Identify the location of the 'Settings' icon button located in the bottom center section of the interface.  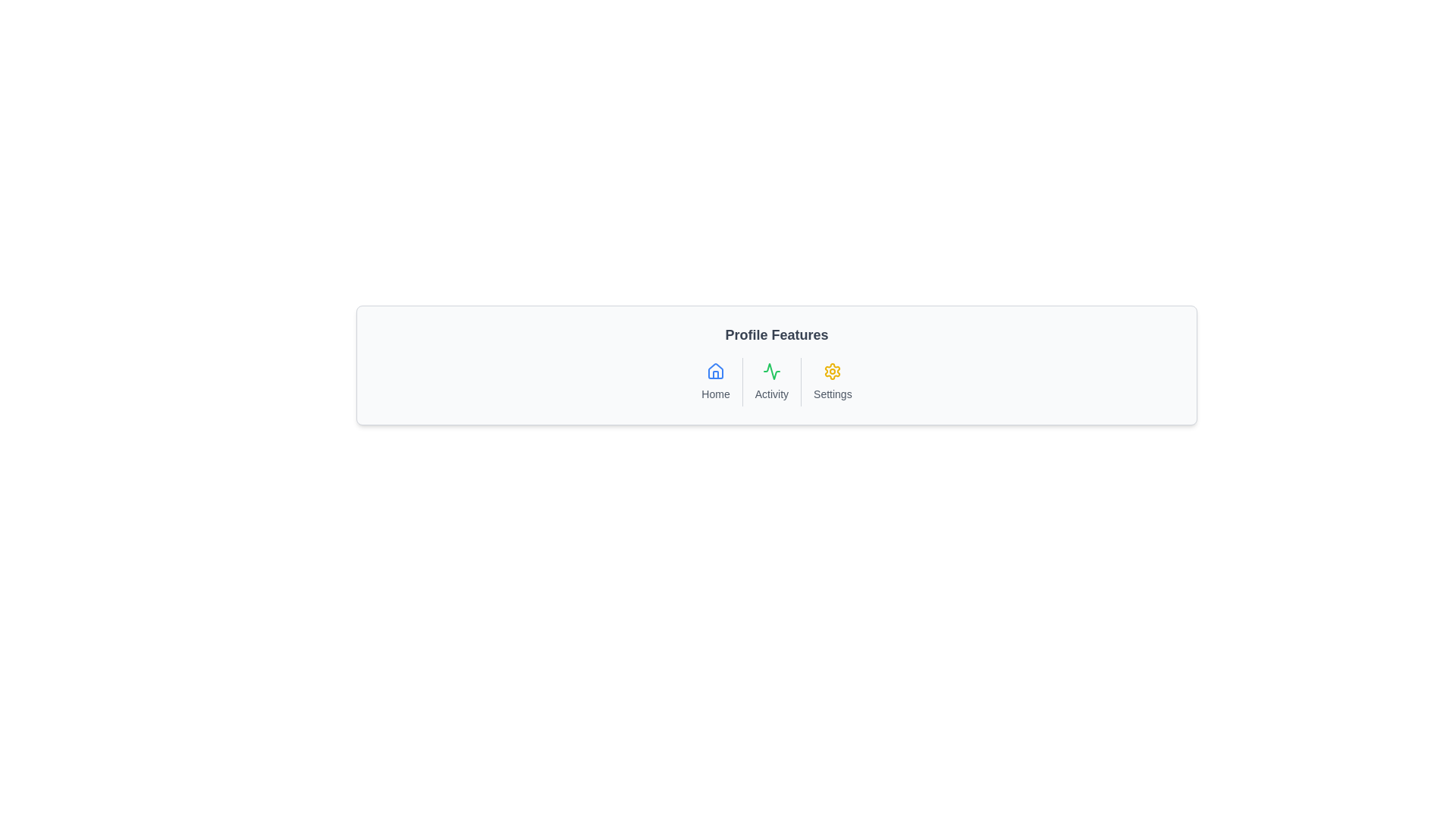
(832, 371).